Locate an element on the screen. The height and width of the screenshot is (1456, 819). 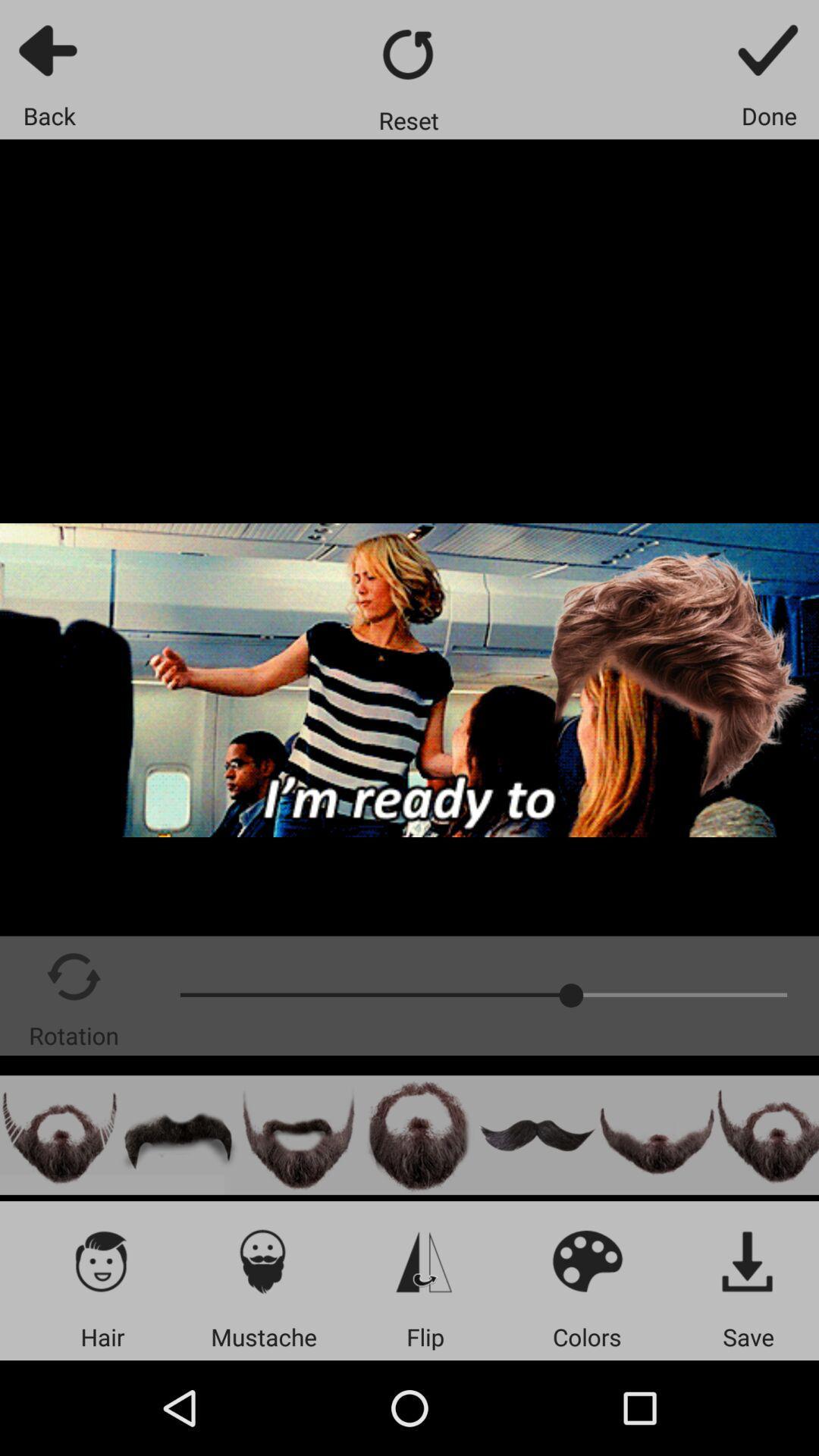
download option is located at coordinates (748, 1260).